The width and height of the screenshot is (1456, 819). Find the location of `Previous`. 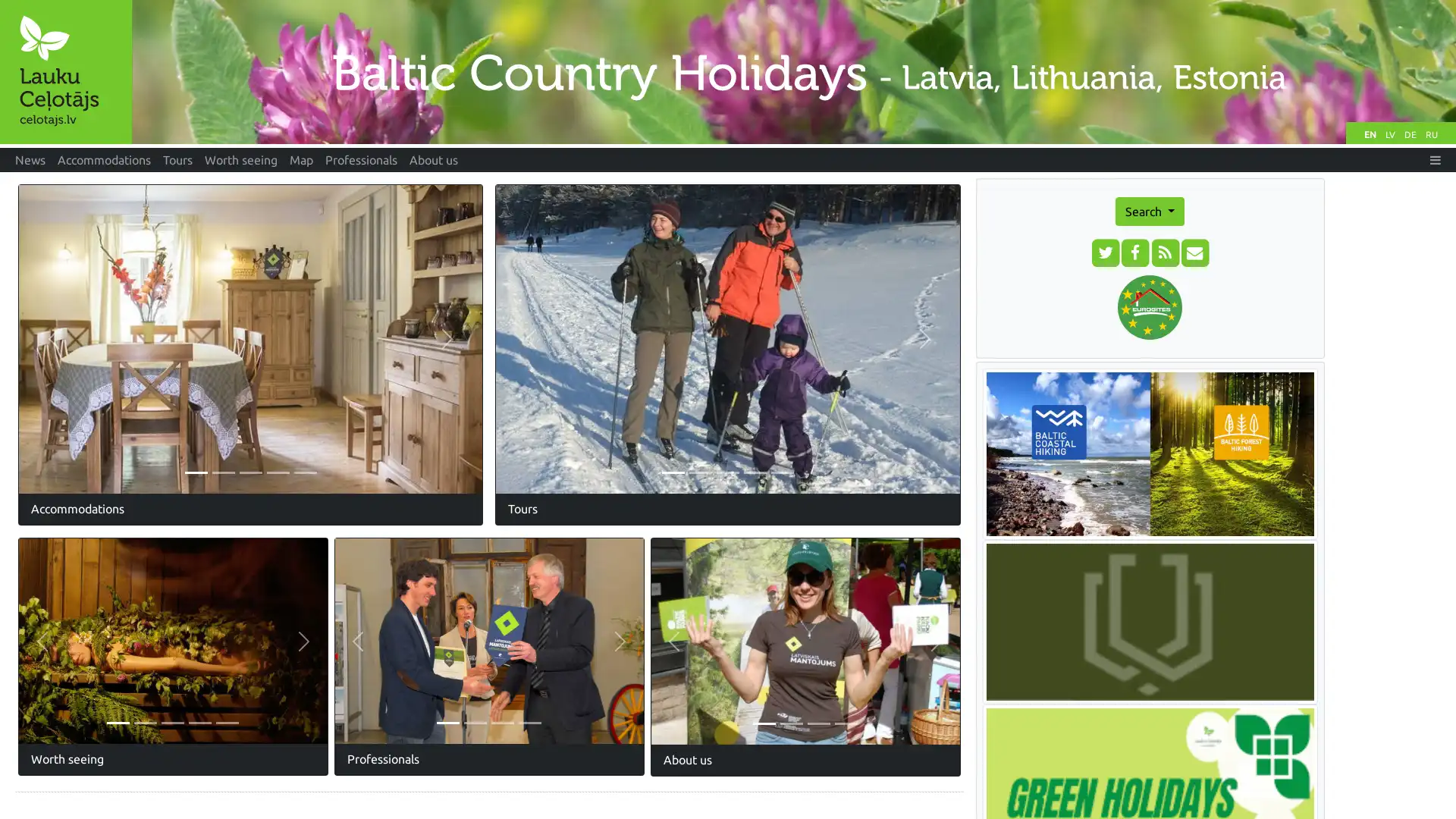

Previous is located at coordinates (356, 641).